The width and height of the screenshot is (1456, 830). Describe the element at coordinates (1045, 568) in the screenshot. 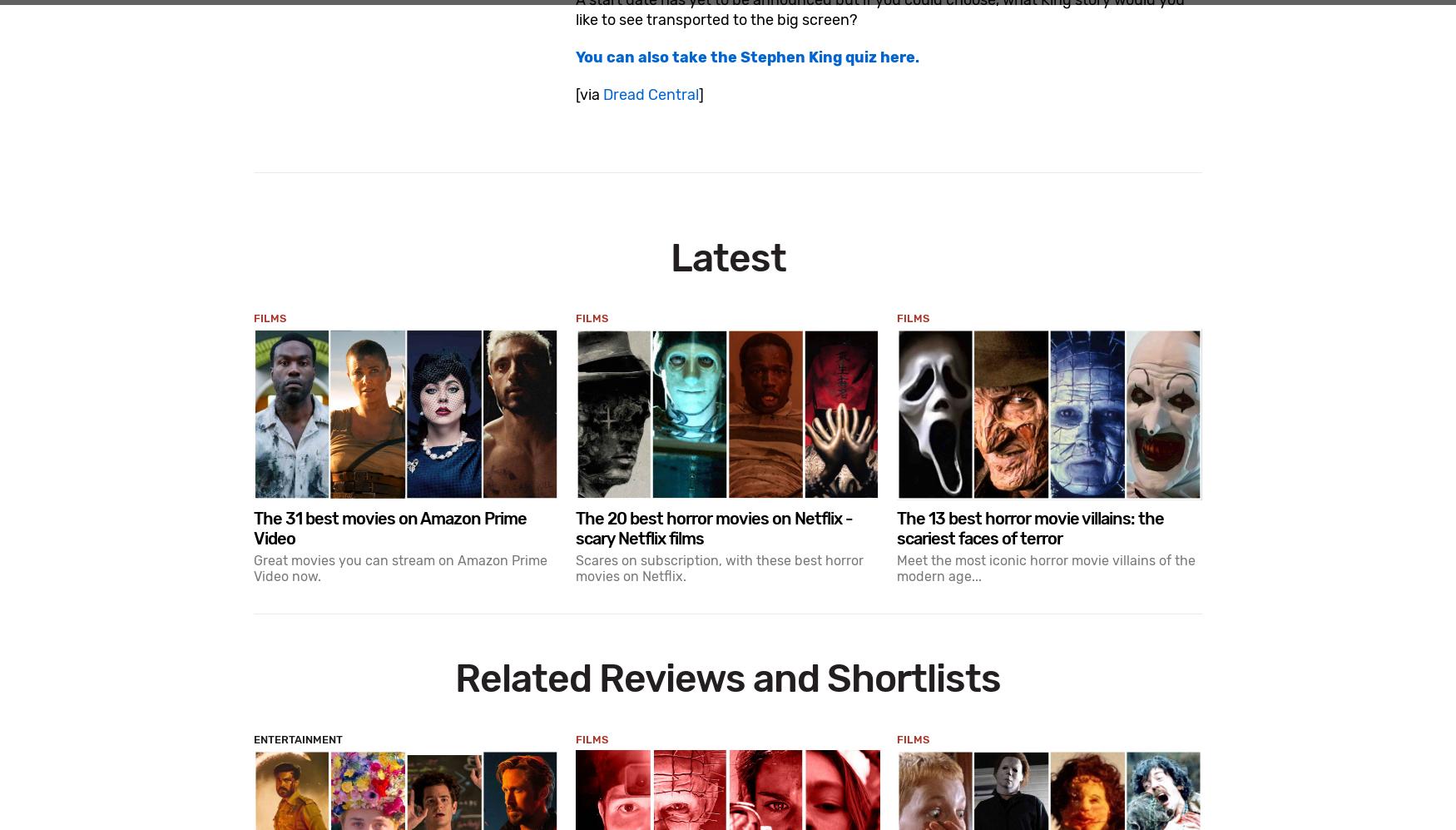

I see `'Meet the most iconic horror movie villains of the modern age...'` at that location.